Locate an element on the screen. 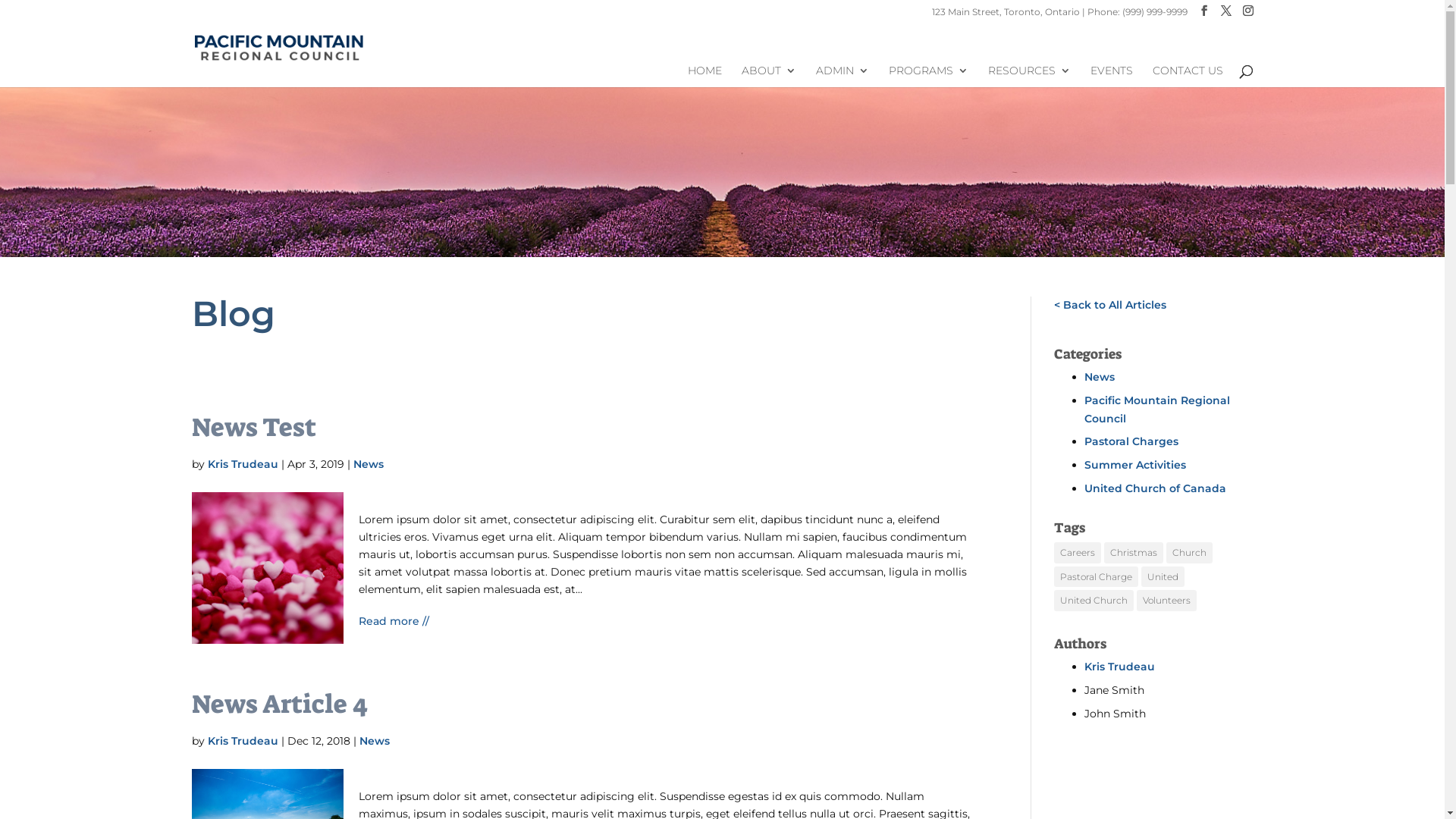 The width and height of the screenshot is (1456, 819). 'ABOUT' is located at coordinates (768, 76).